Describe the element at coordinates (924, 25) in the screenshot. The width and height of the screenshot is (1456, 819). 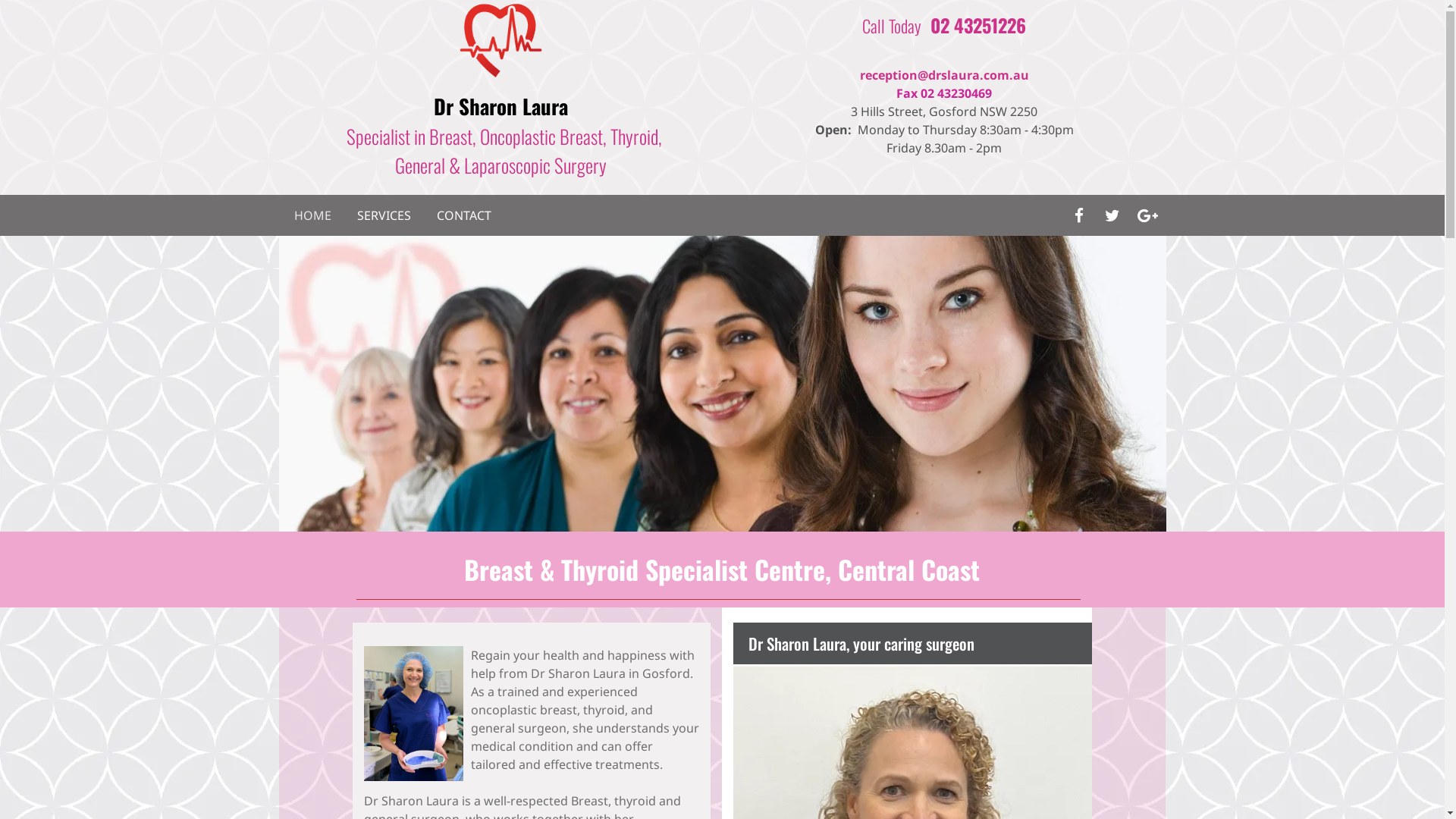
I see `' 02 '` at that location.